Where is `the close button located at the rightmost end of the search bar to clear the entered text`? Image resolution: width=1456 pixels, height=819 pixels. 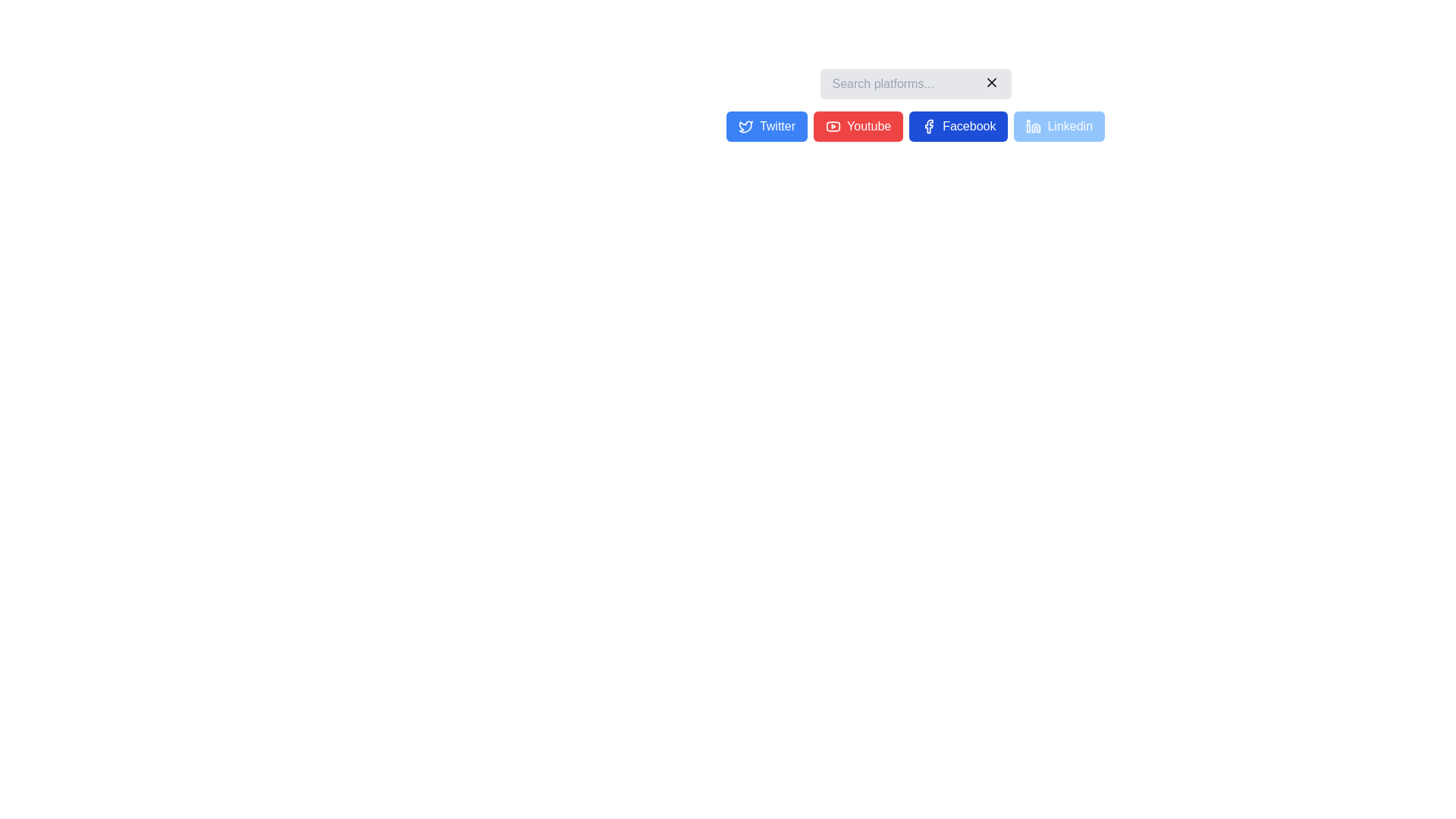
the close button located at the rightmost end of the search bar to clear the entered text is located at coordinates (991, 82).